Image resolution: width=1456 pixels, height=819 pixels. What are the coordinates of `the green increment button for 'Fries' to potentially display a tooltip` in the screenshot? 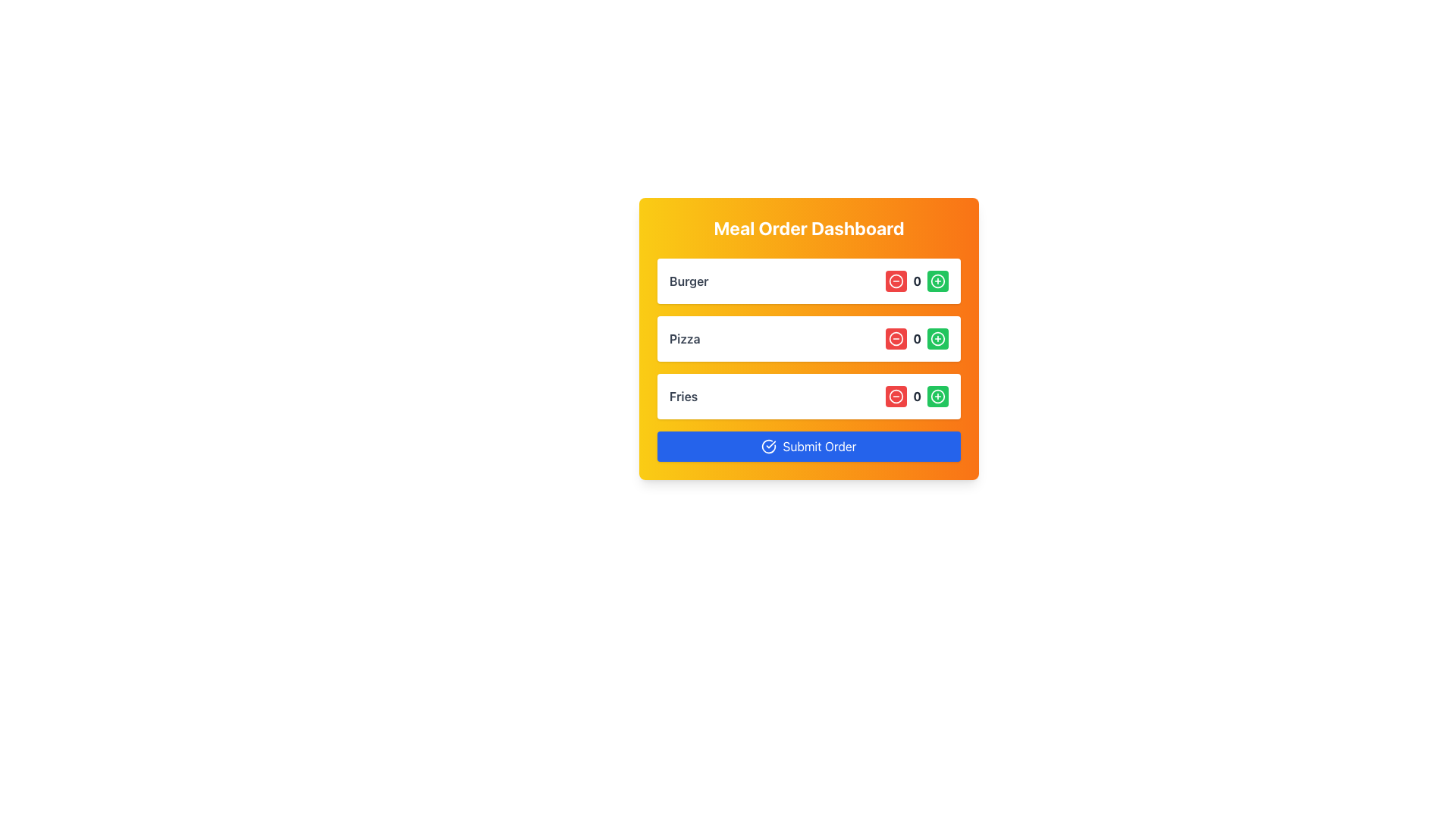 It's located at (937, 396).